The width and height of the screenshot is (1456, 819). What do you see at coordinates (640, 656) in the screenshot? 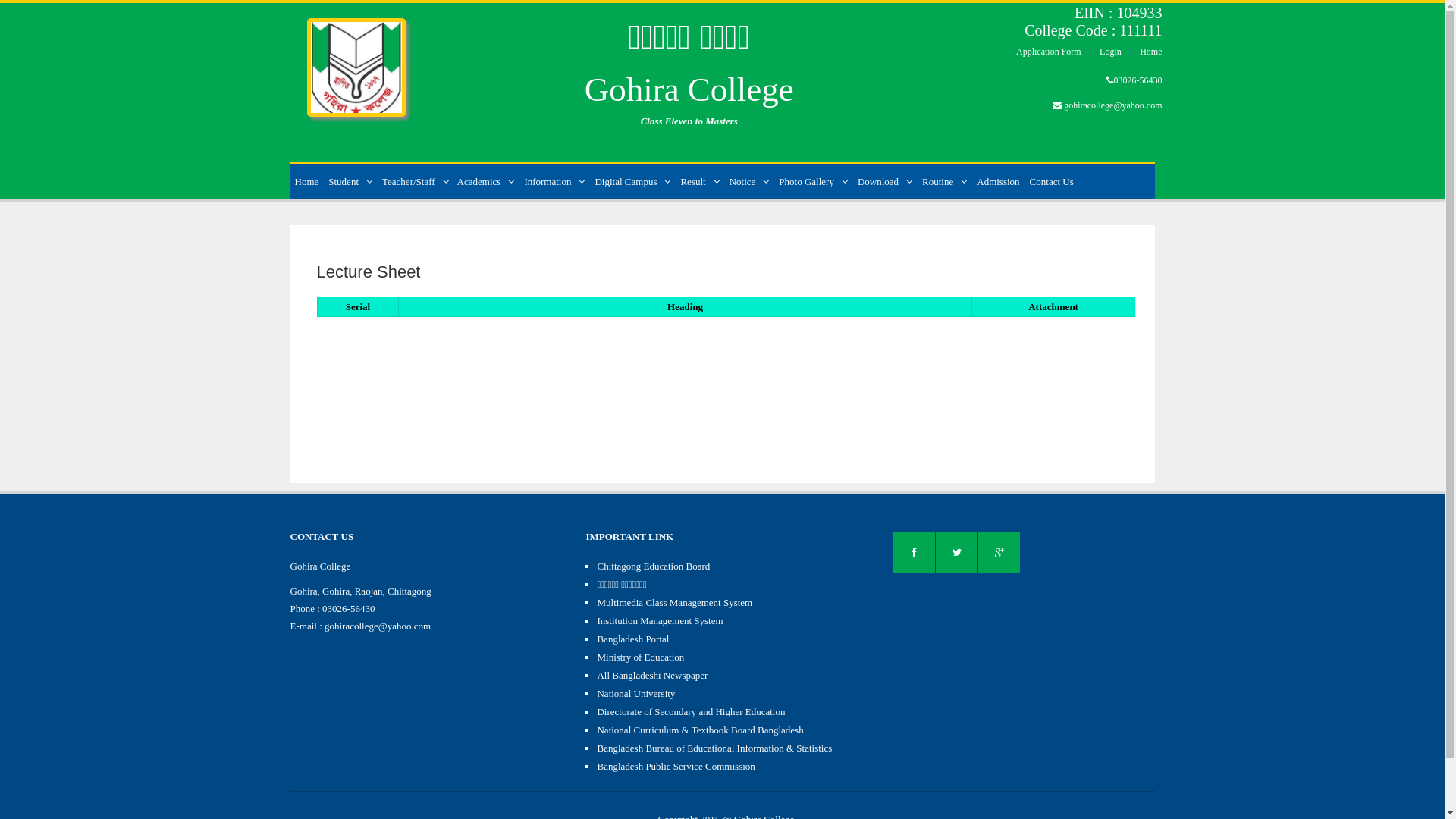
I see `'Ministry of Education'` at bounding box center [640, 656].